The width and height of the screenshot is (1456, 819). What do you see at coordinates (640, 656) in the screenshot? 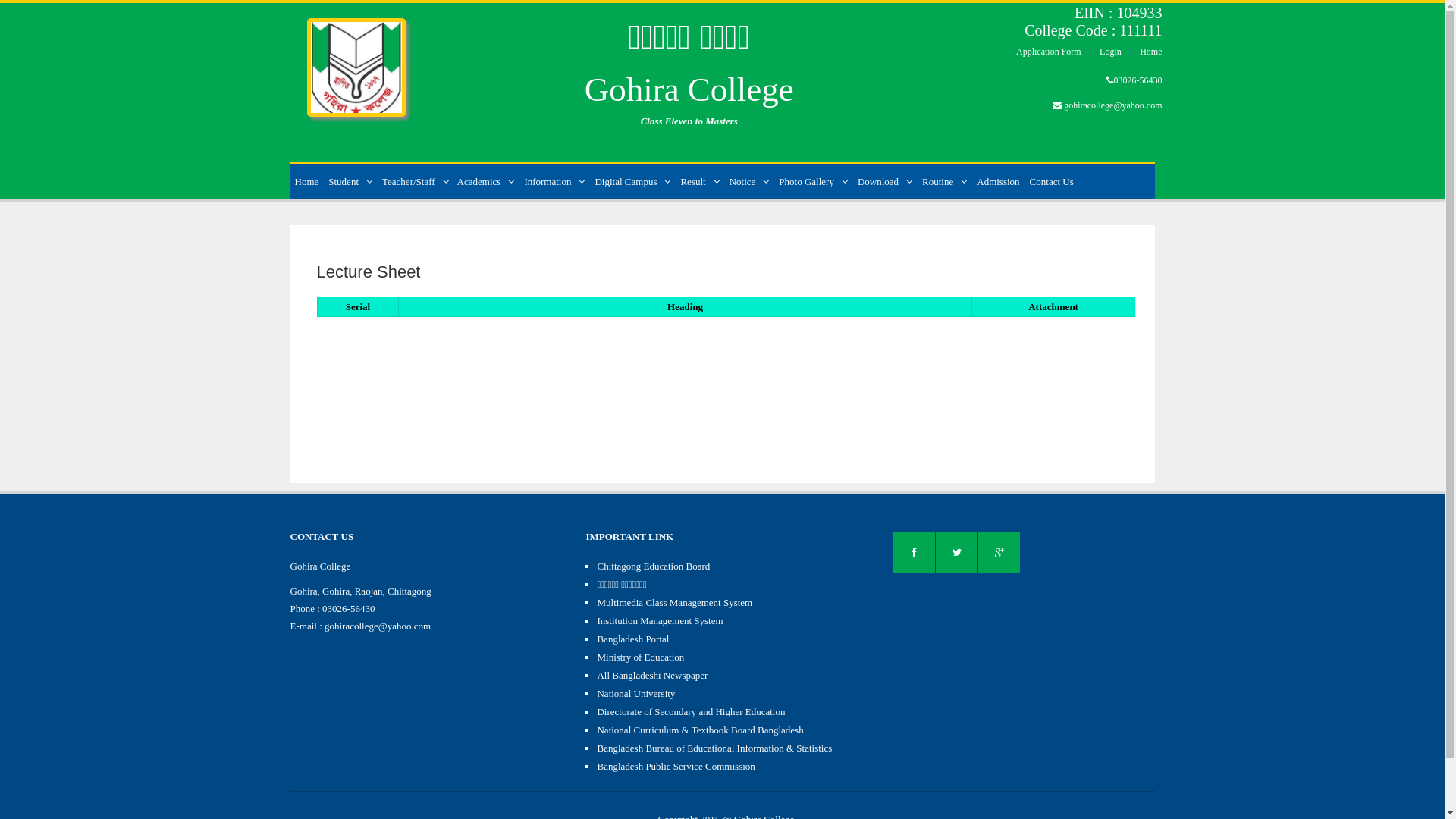
I see `'Ministry of Education'` at bounding box center [640, 656].